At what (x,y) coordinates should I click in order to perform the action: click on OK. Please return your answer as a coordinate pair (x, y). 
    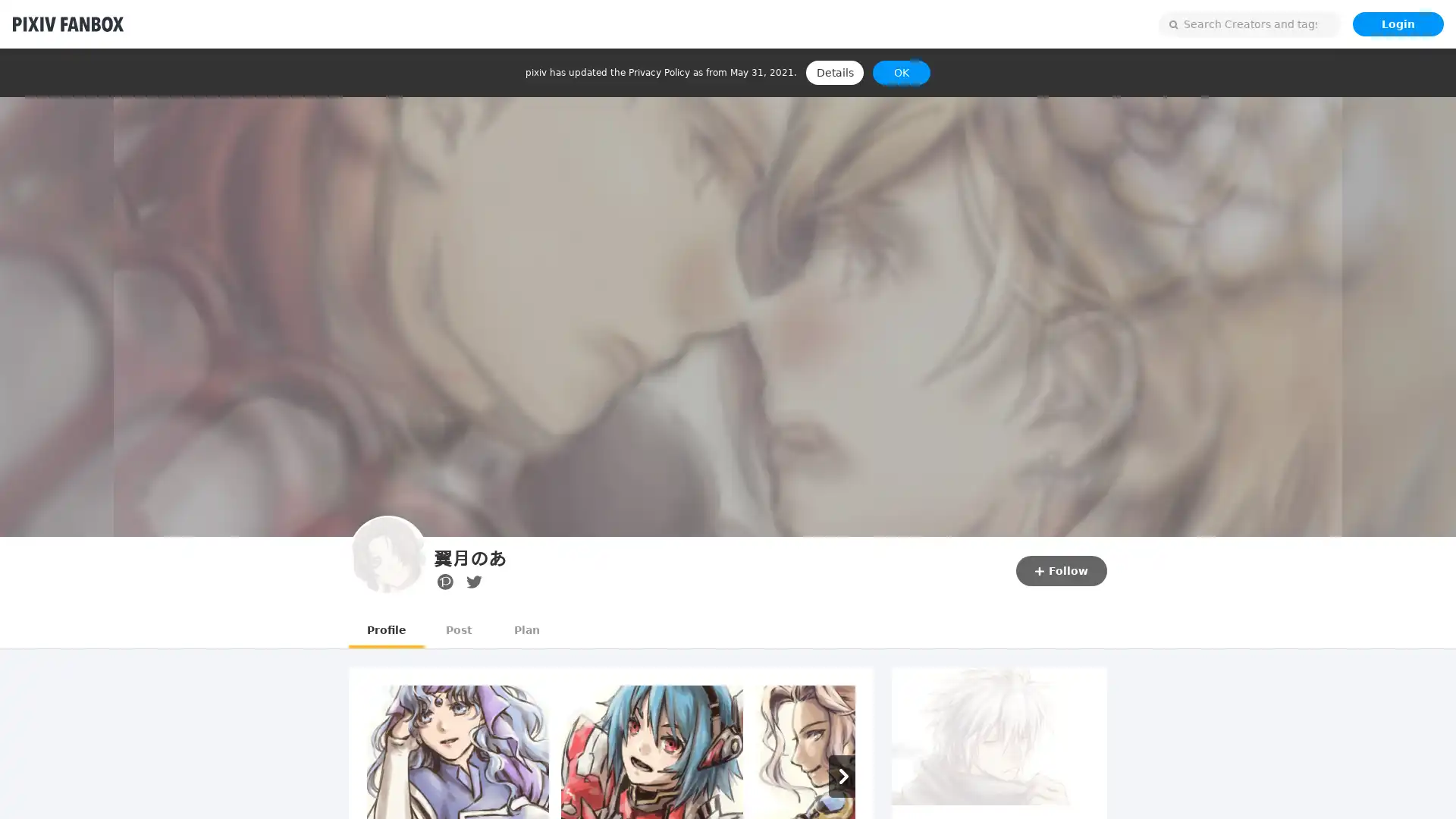
    Looking at the image, I should click on (902, 73).